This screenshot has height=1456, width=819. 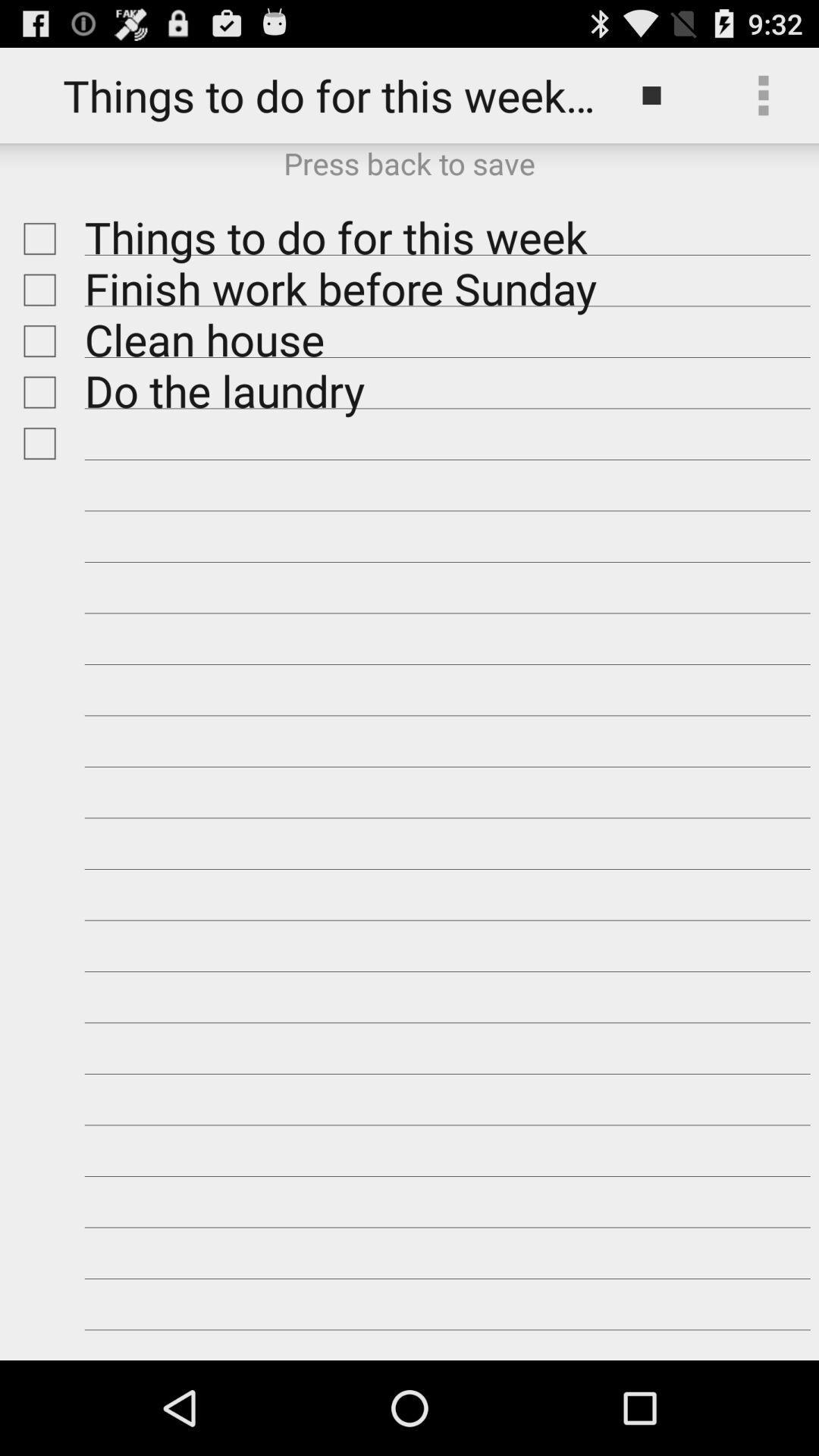 What do you see at coordinates (35, 443) in the screenshot?
I see `new task` at bounding box center [35, 443].